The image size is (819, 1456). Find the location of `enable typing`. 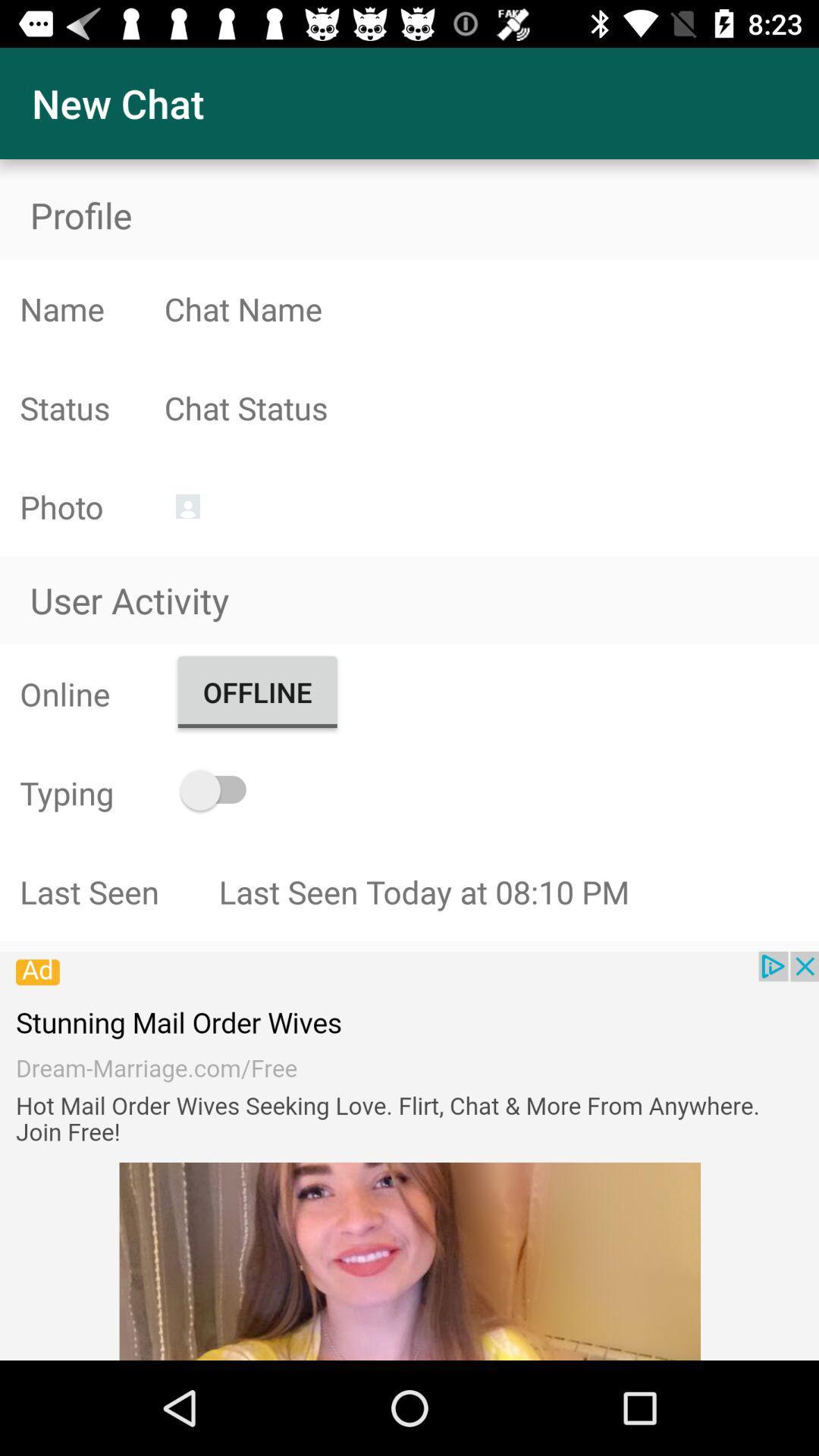

enable typing is located at coordinates (220, 789).